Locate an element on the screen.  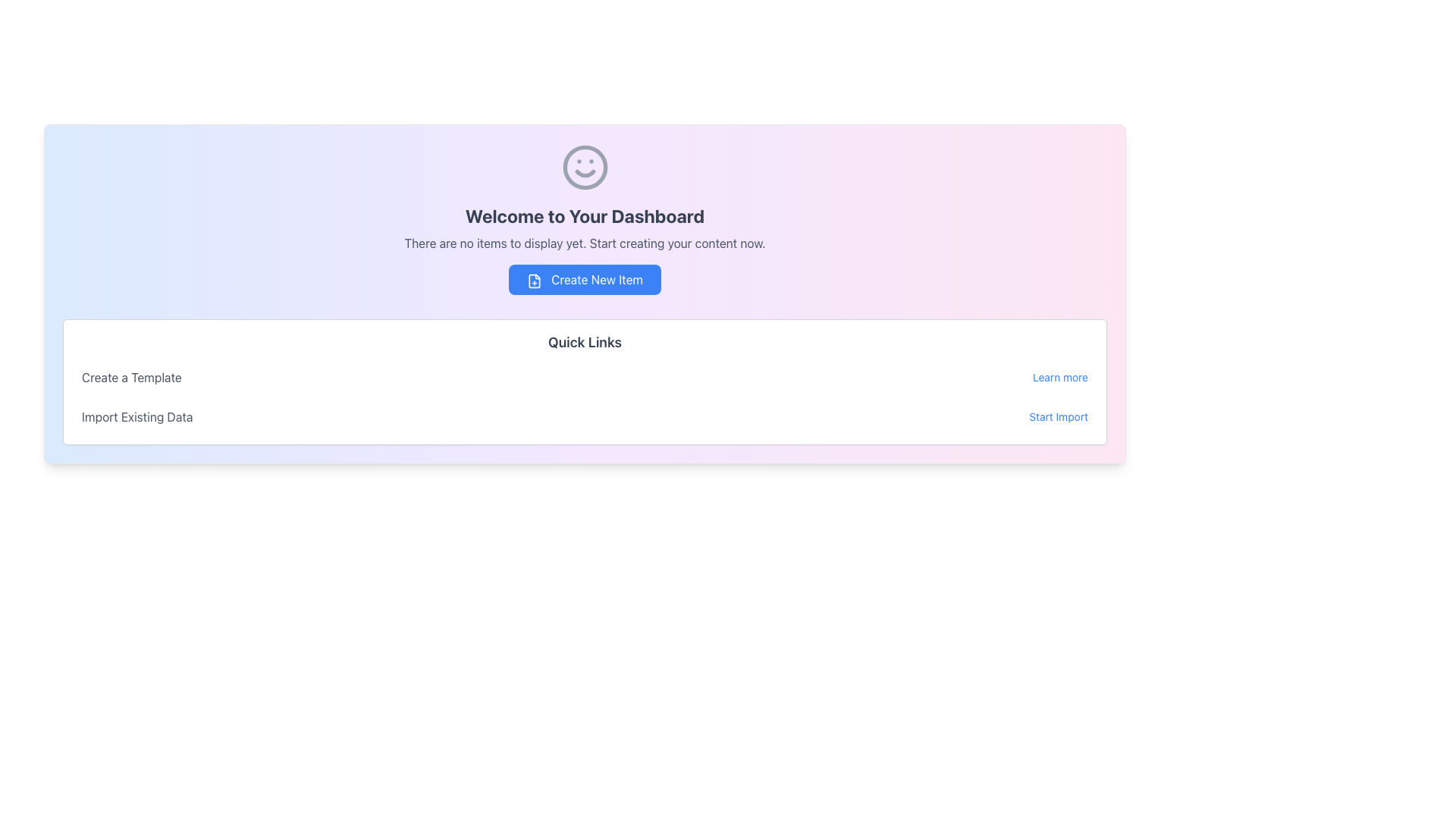
the button located beneath the text 'There are no items is located at coordinates (584, 280).